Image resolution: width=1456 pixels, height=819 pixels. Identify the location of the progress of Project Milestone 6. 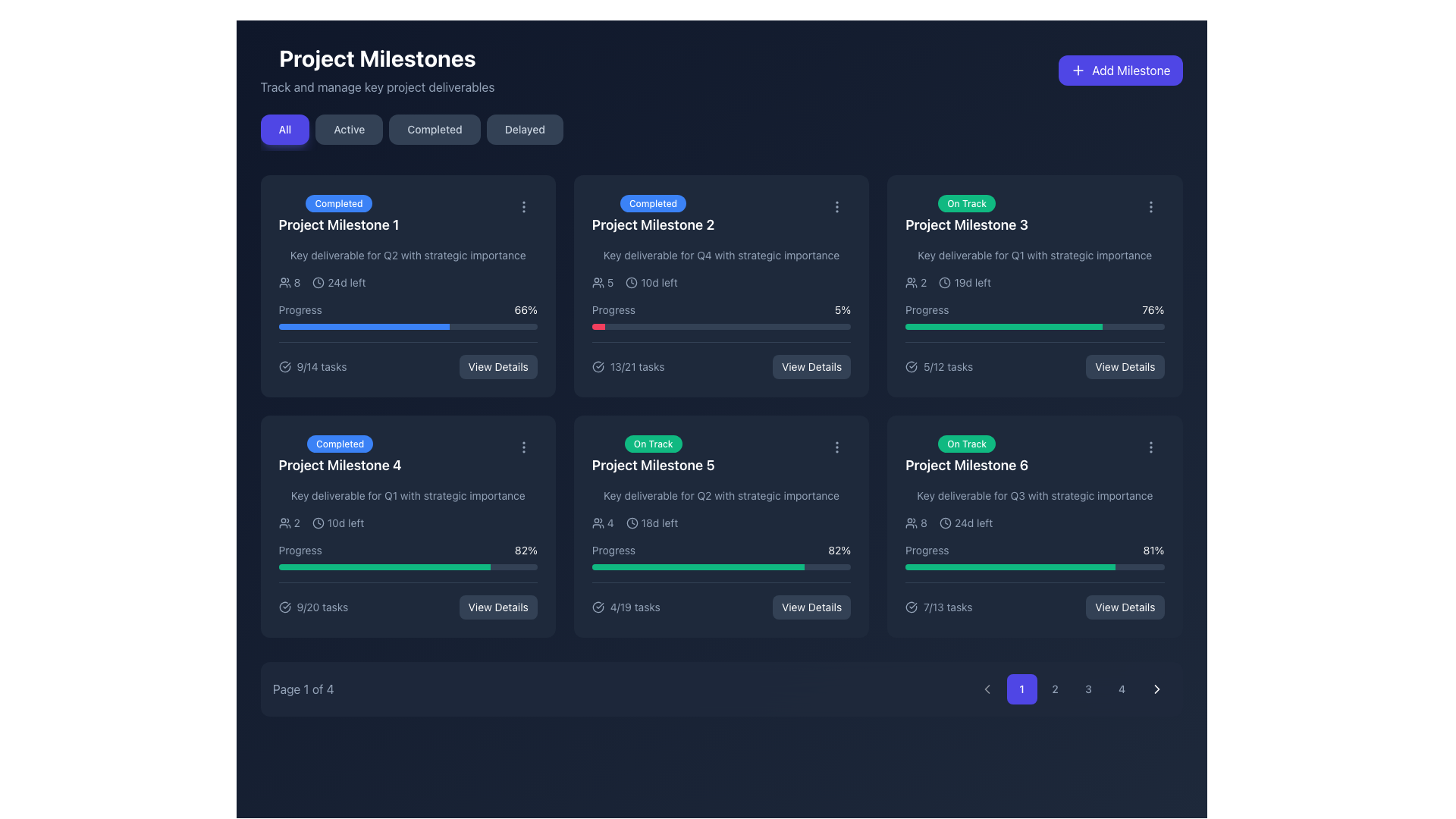
(1057, 567).